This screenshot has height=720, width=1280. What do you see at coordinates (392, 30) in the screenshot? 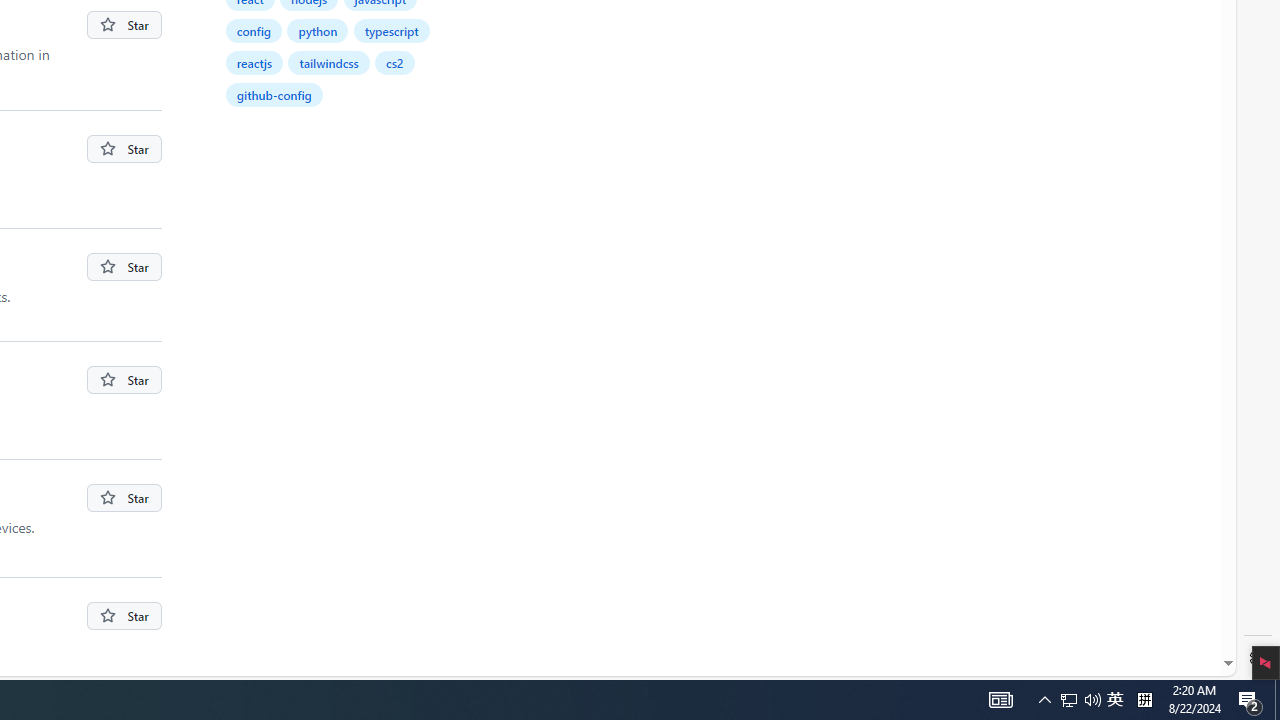
I see `'typescript'` at bounding box center [392, 30].